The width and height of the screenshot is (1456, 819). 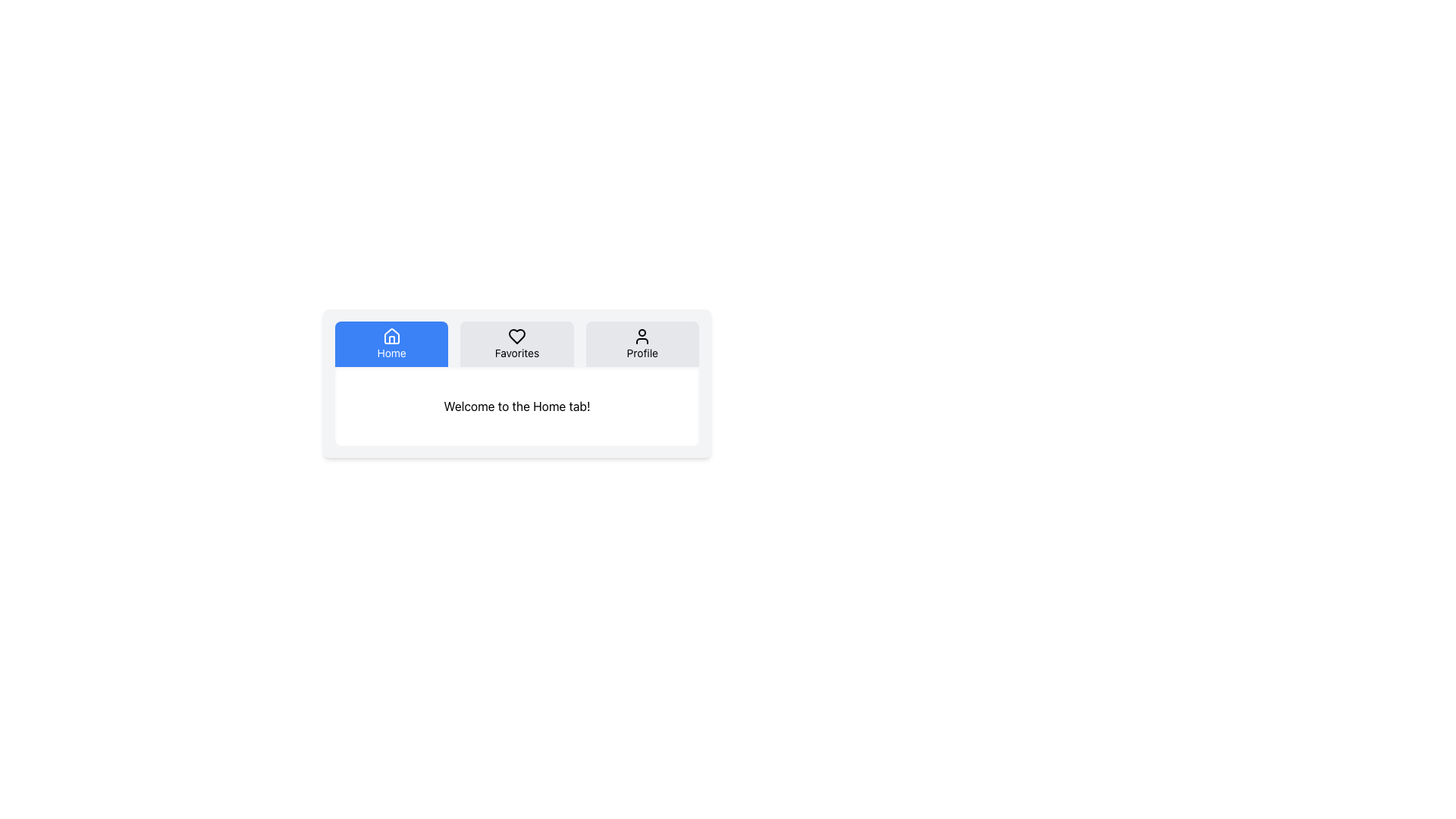 I want to click on the 'Profile' text label, which is styled in a small font and grayish appearance, located at the bottom of the 'Profile' tab in the tab button layout, so click(x=642, y=353).